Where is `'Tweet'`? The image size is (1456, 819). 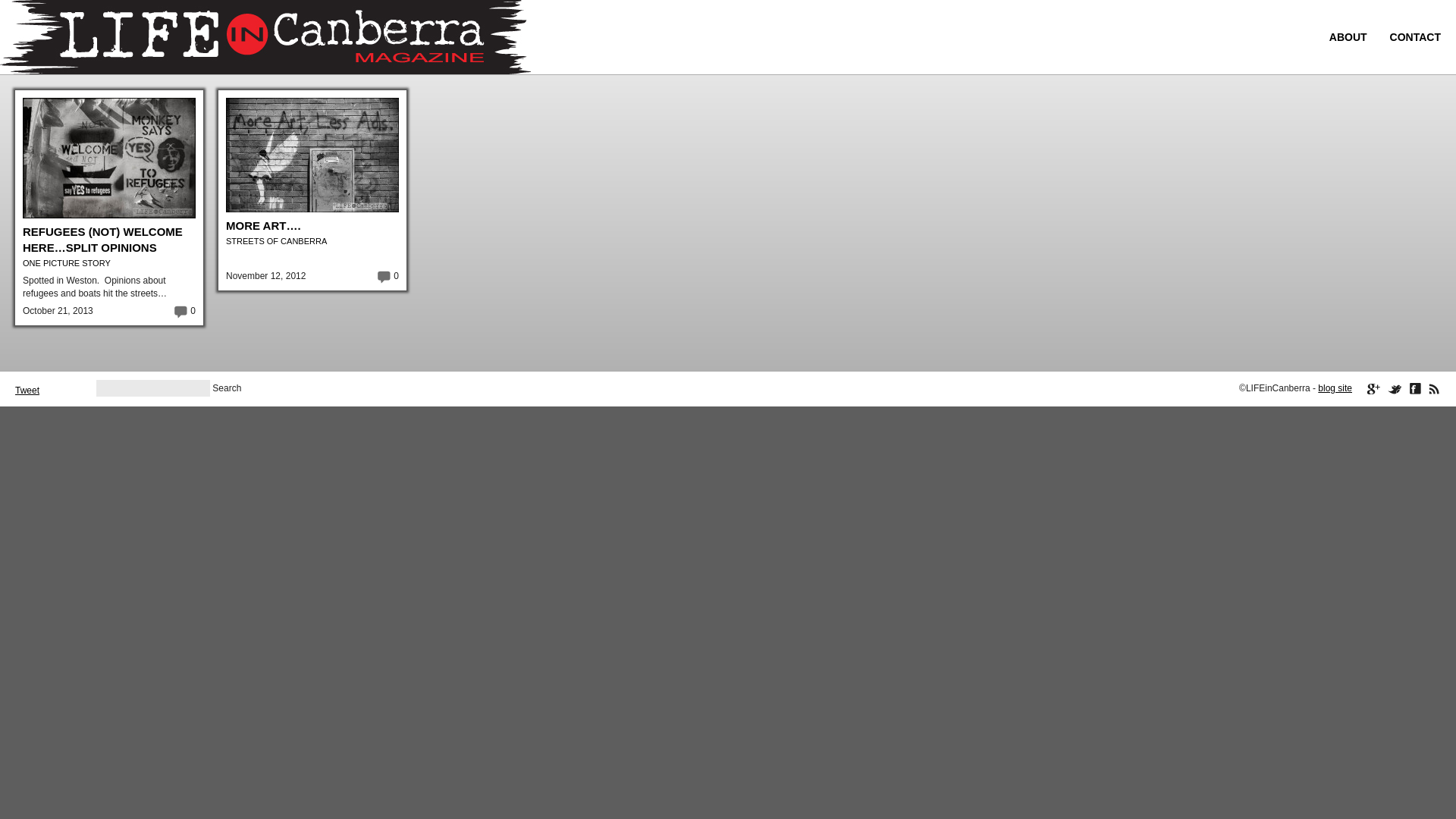 'Tweet' is located at coordinates (27, 390).